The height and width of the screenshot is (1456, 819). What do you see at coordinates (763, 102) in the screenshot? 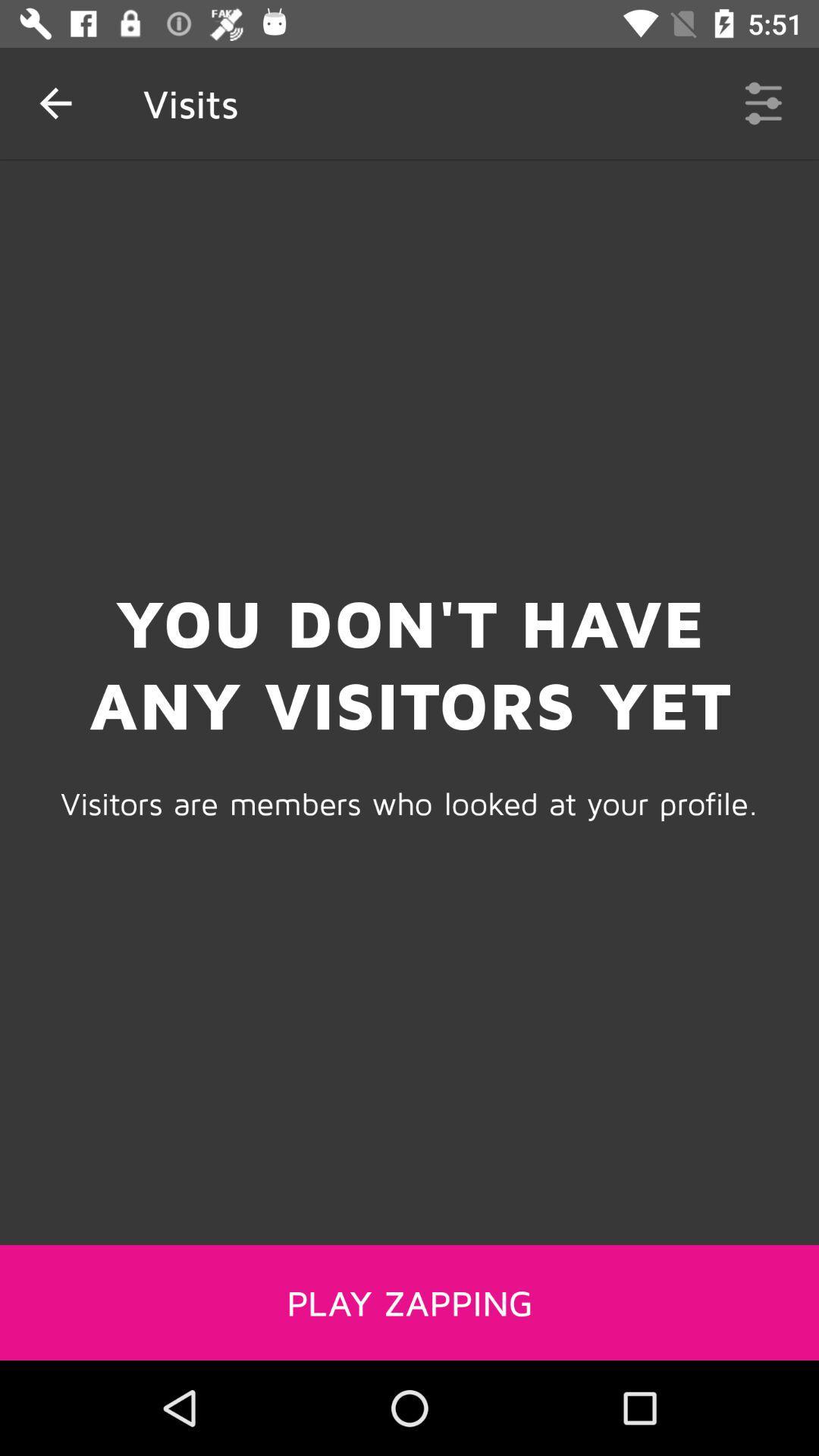
I see `item above the you don t item` at bounding box center [763, 102].